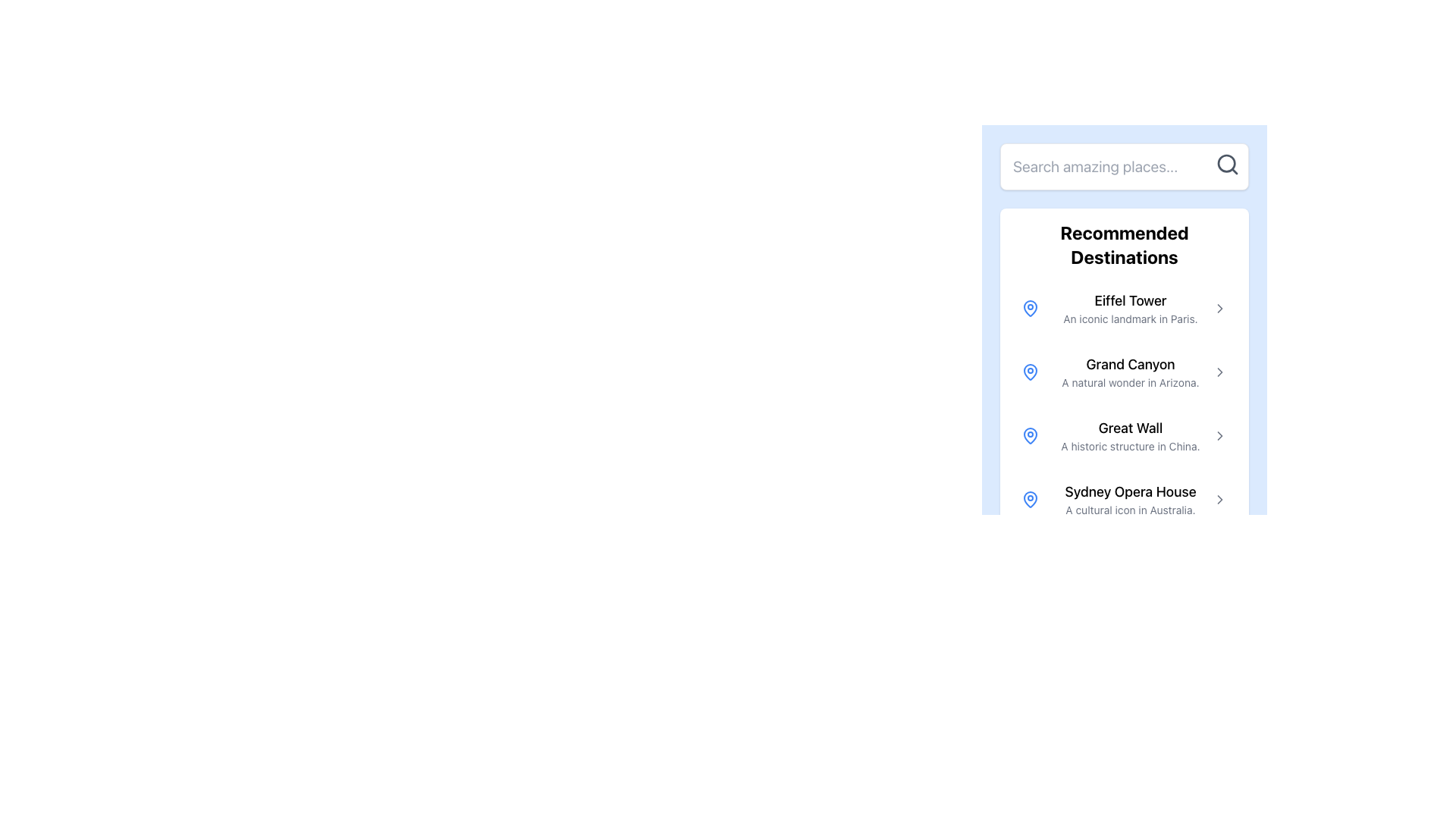 The height and width of the screenshot is (819, 1456). Describe the element at coordinates (1125, 308) in the screenshot. I see `the first Navigation list item titled 'Eiffel Tower'` at that location.